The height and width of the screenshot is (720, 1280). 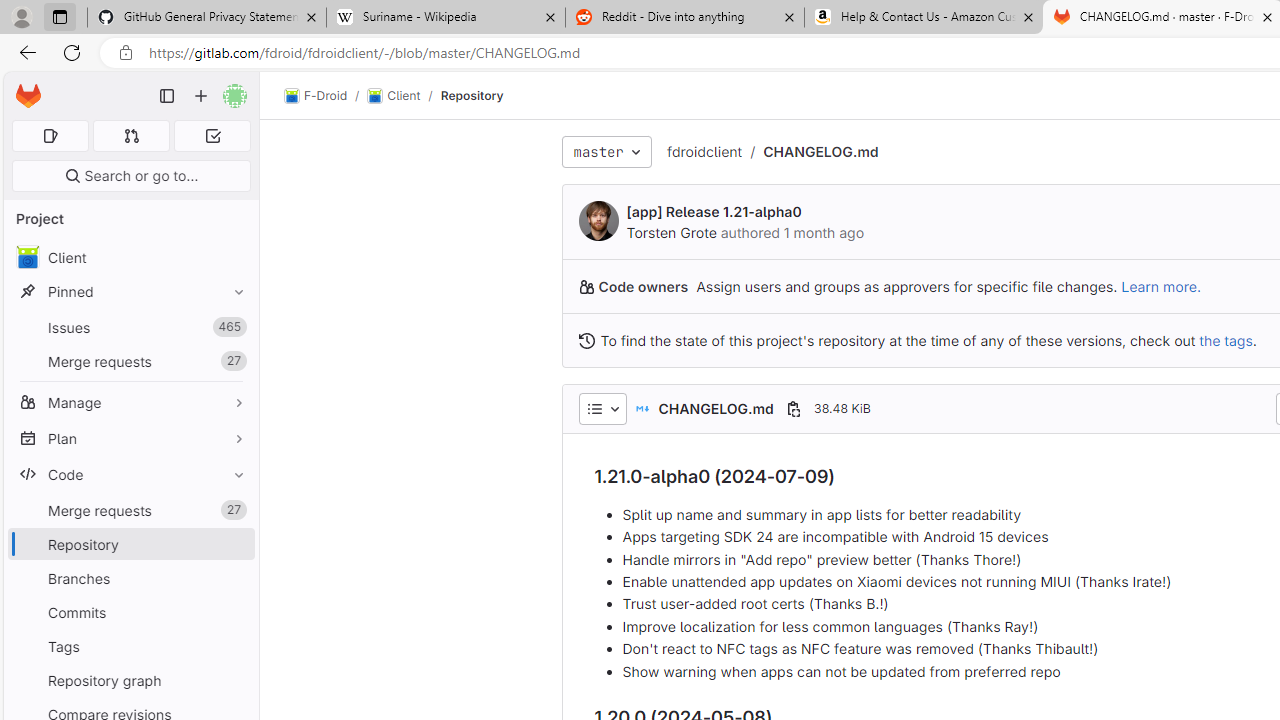 I want to click on 'Client', so click(x=394, y=96).